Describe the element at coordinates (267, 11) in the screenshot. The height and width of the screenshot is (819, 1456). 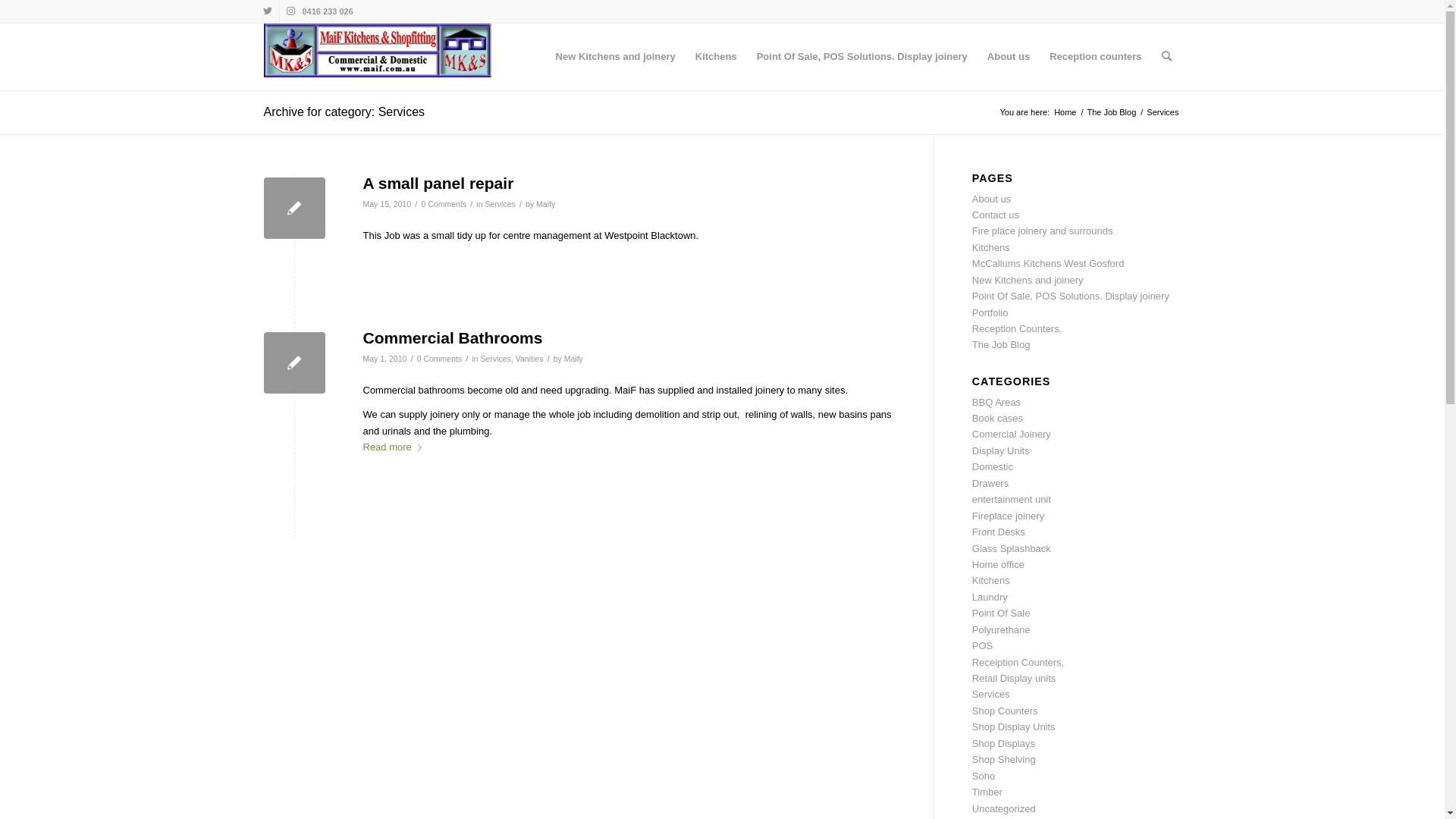
I see `'Twitter'` at that location.